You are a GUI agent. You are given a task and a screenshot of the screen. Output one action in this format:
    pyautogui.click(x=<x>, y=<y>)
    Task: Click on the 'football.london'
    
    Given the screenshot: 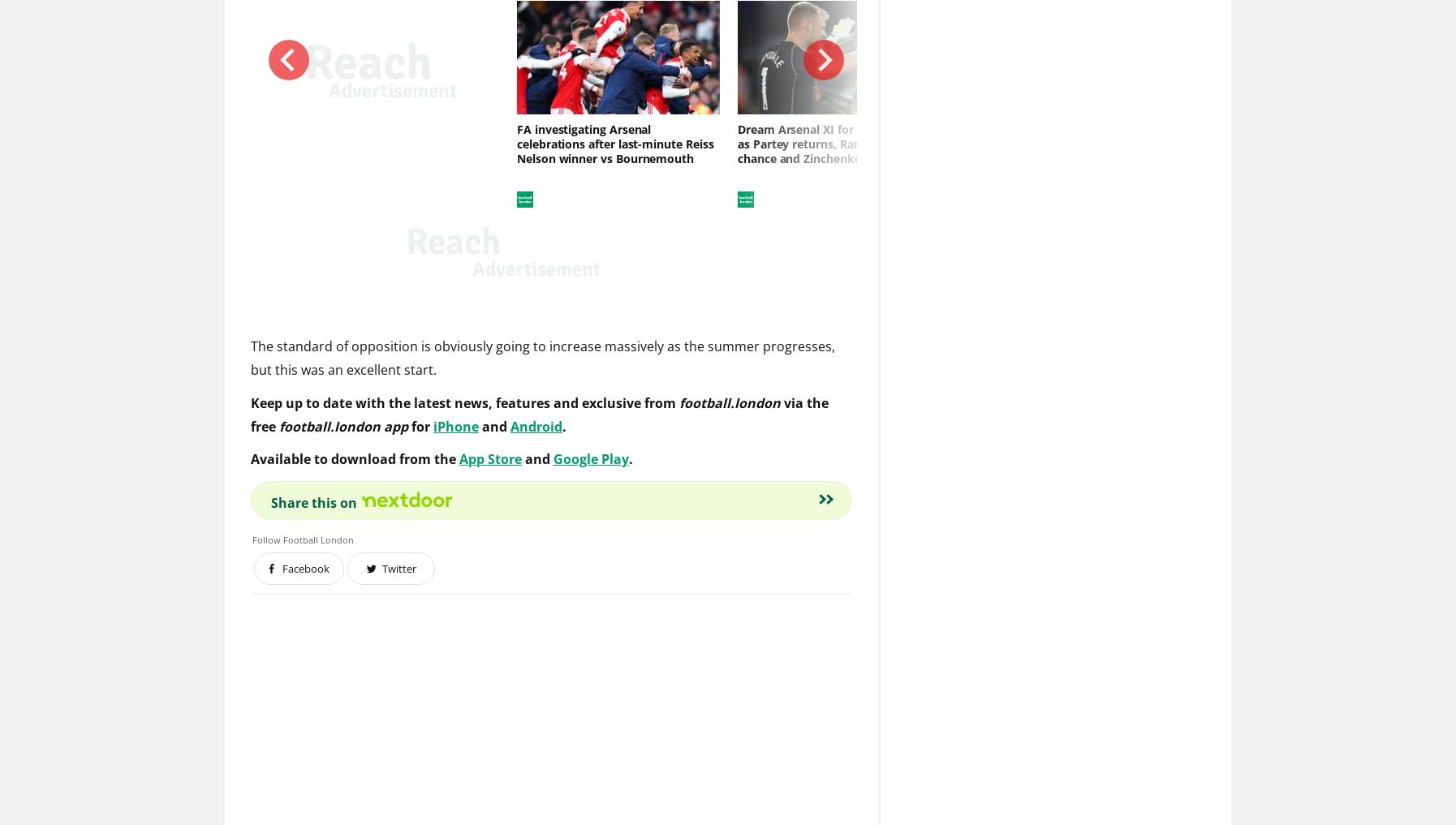 What is the action you would take?
    pyautogui.click(x=729, y=404)
    